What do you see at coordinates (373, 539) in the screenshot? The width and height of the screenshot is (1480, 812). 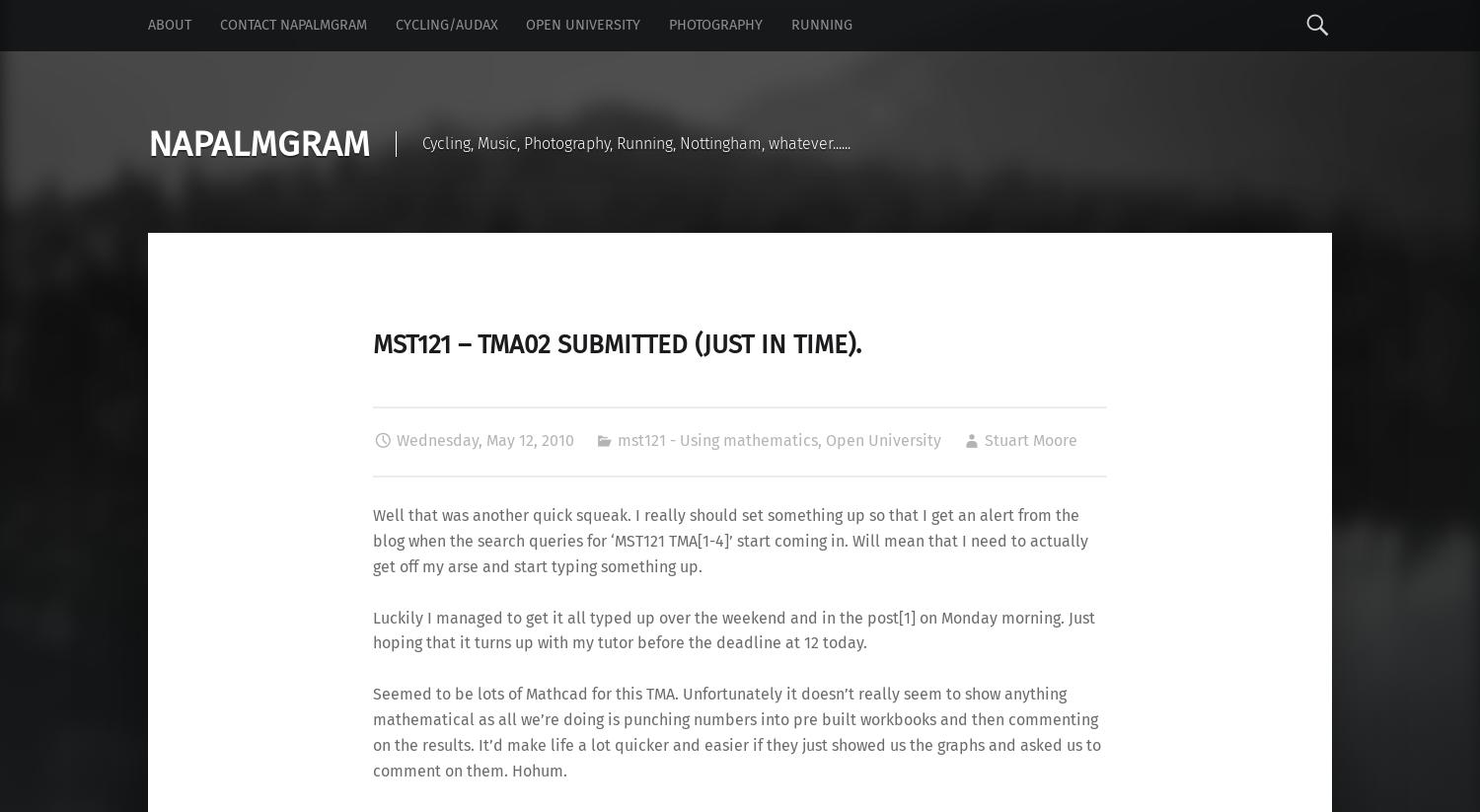 I see `'Well that was another quick squeak. I really should set something up so that I get an alert from the blog when the search queries for ‘MST121 TMA[1-4]’ start coming in. Will mean that I need to actually get off my arse and start typing something up.'` at bounding box center [373, 539].